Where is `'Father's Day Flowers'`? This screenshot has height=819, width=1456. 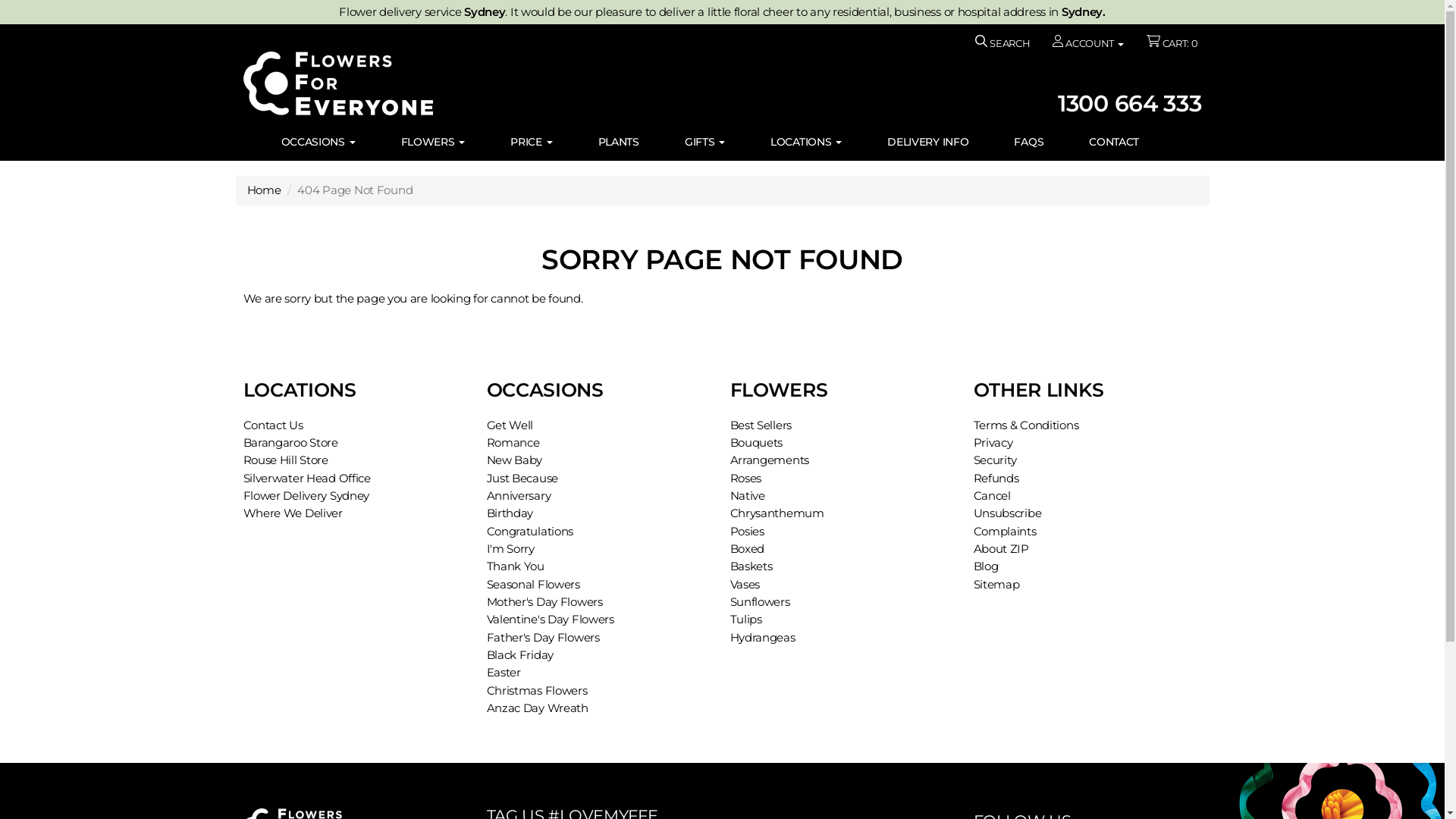
'Father's Day Flowers' is located at coordinates (543, 637).